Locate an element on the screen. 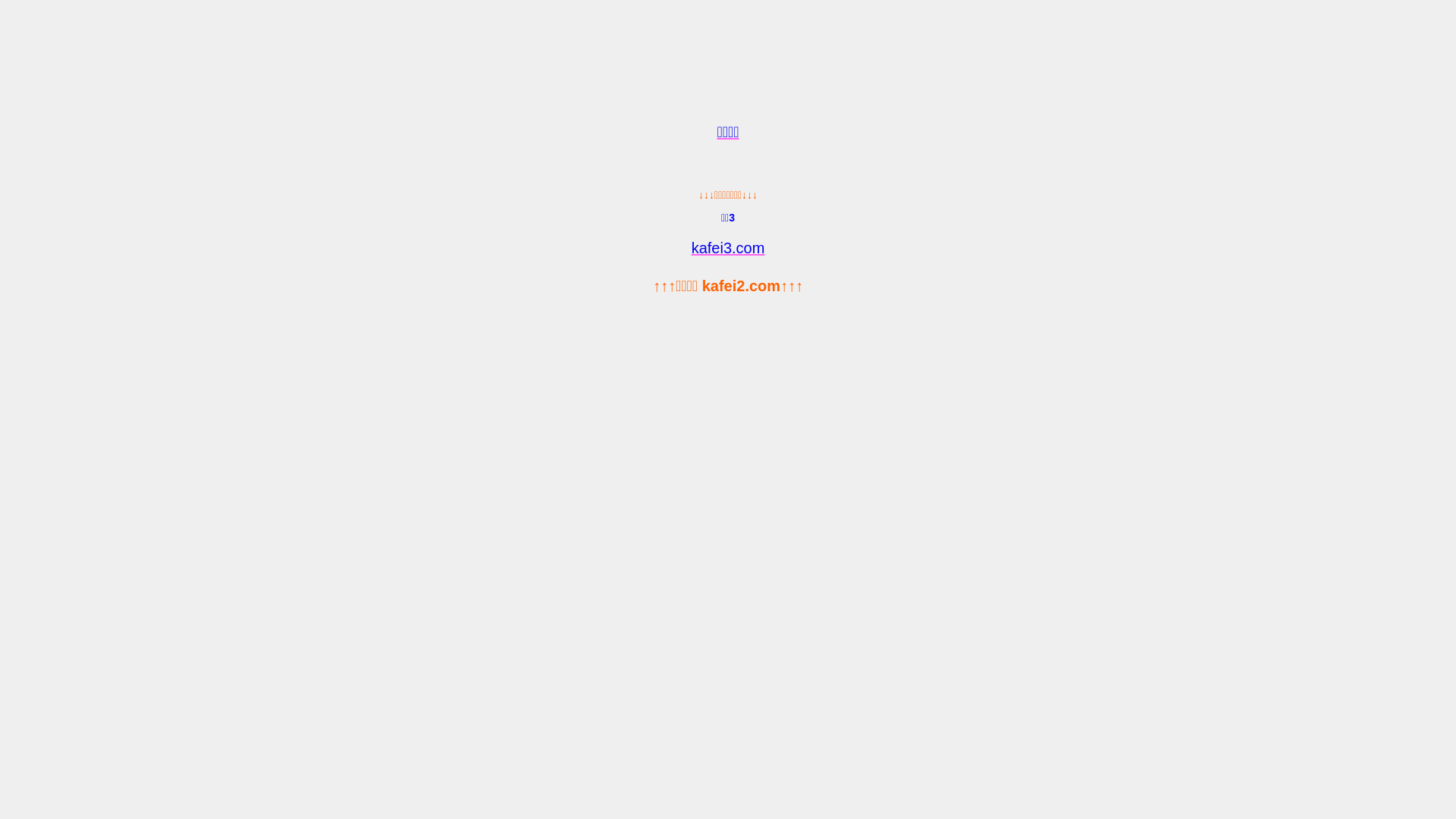 This screenshot has height=819, width=1456. 'kafei3.com' is located at coordinates (728, 247).